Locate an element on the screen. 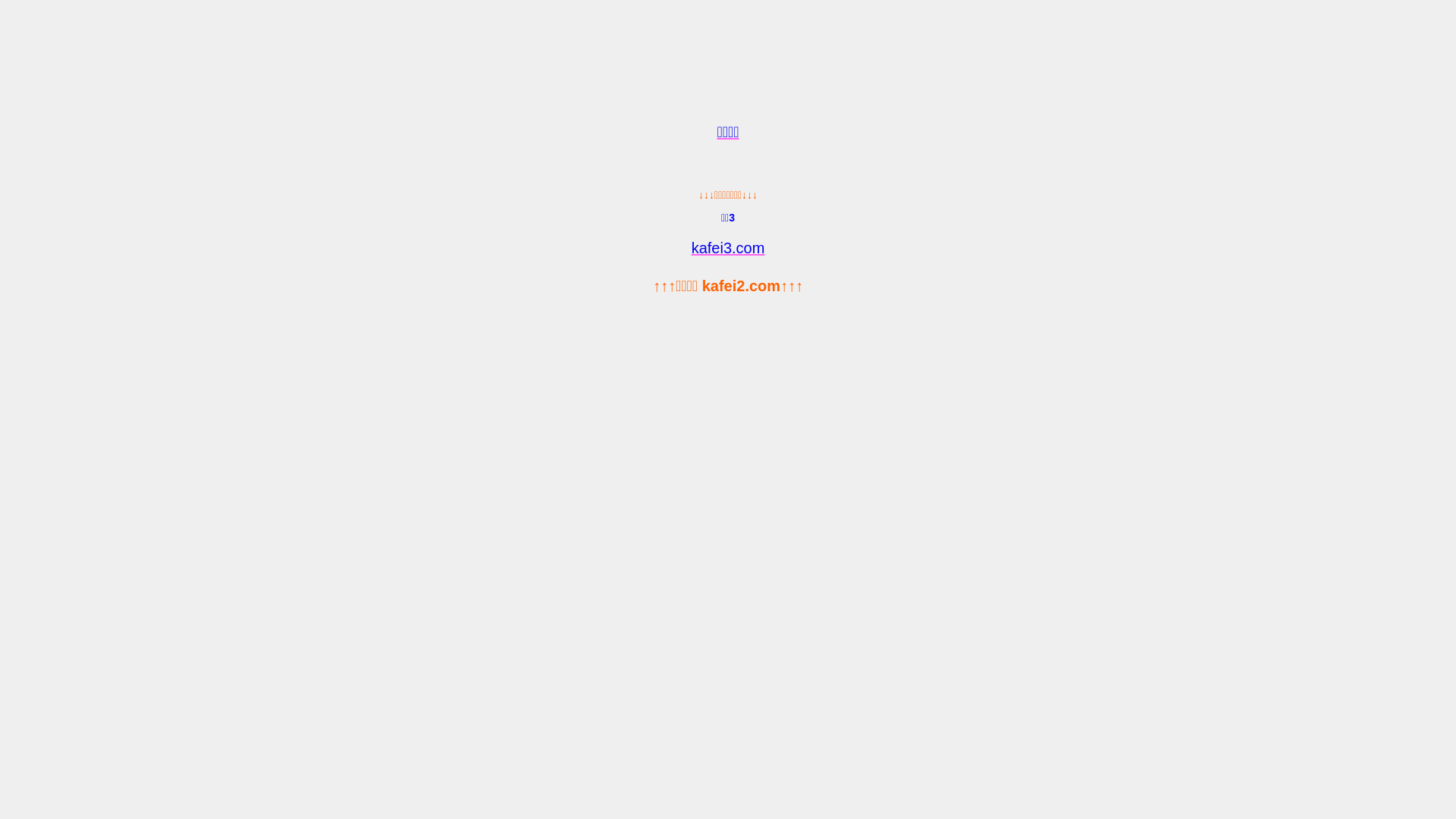 This screenshot has height=819, width=1456. 'kafei3.com' is located at coordinates (728, 247).